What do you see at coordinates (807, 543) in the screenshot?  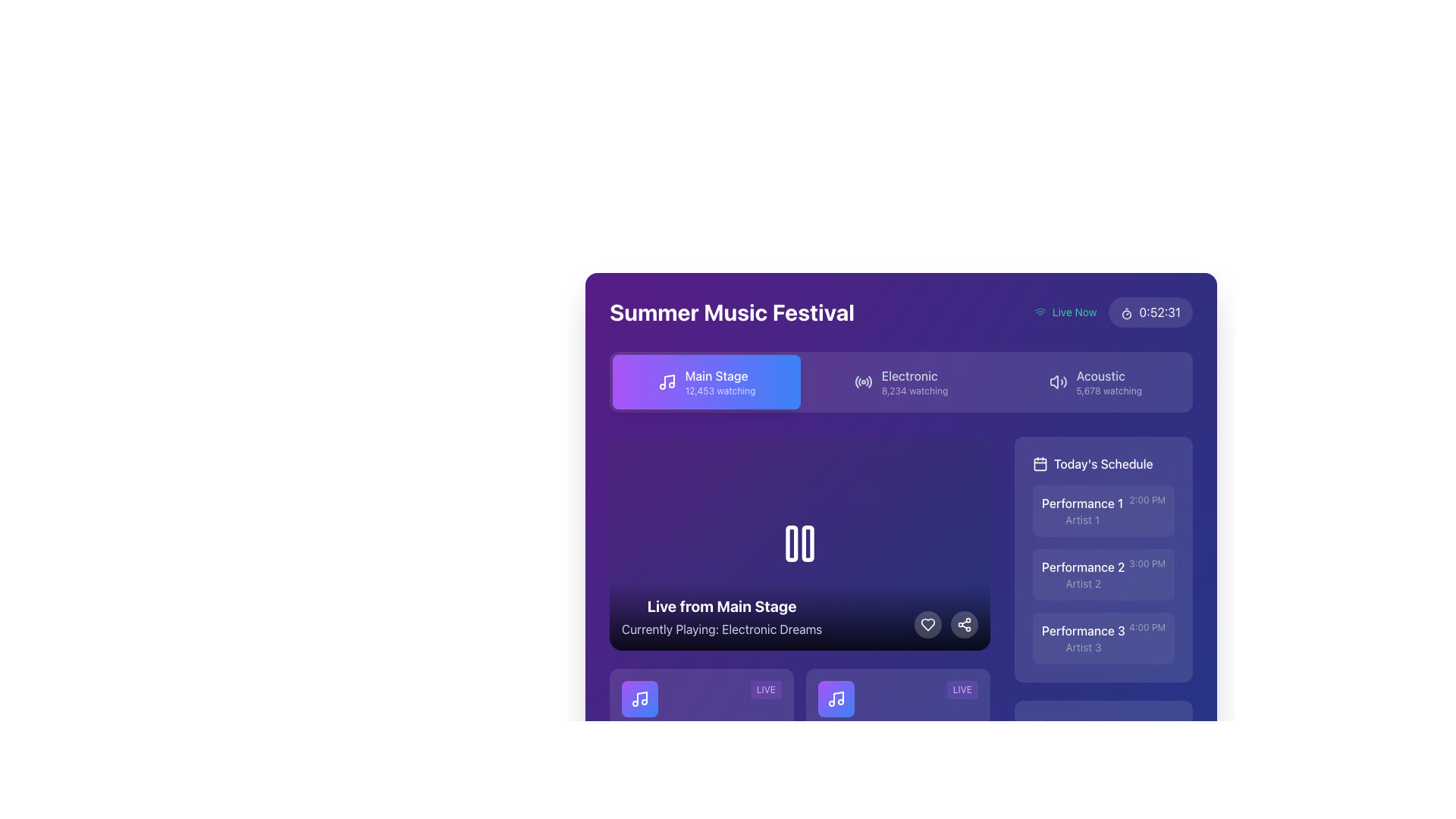 I see `the second vertical bar of the pause icon, which is a purple rectangle with rounded corners located on the right side of the first bar, under the 'Live from Main Stage' text` at bounding box center [807, 543].